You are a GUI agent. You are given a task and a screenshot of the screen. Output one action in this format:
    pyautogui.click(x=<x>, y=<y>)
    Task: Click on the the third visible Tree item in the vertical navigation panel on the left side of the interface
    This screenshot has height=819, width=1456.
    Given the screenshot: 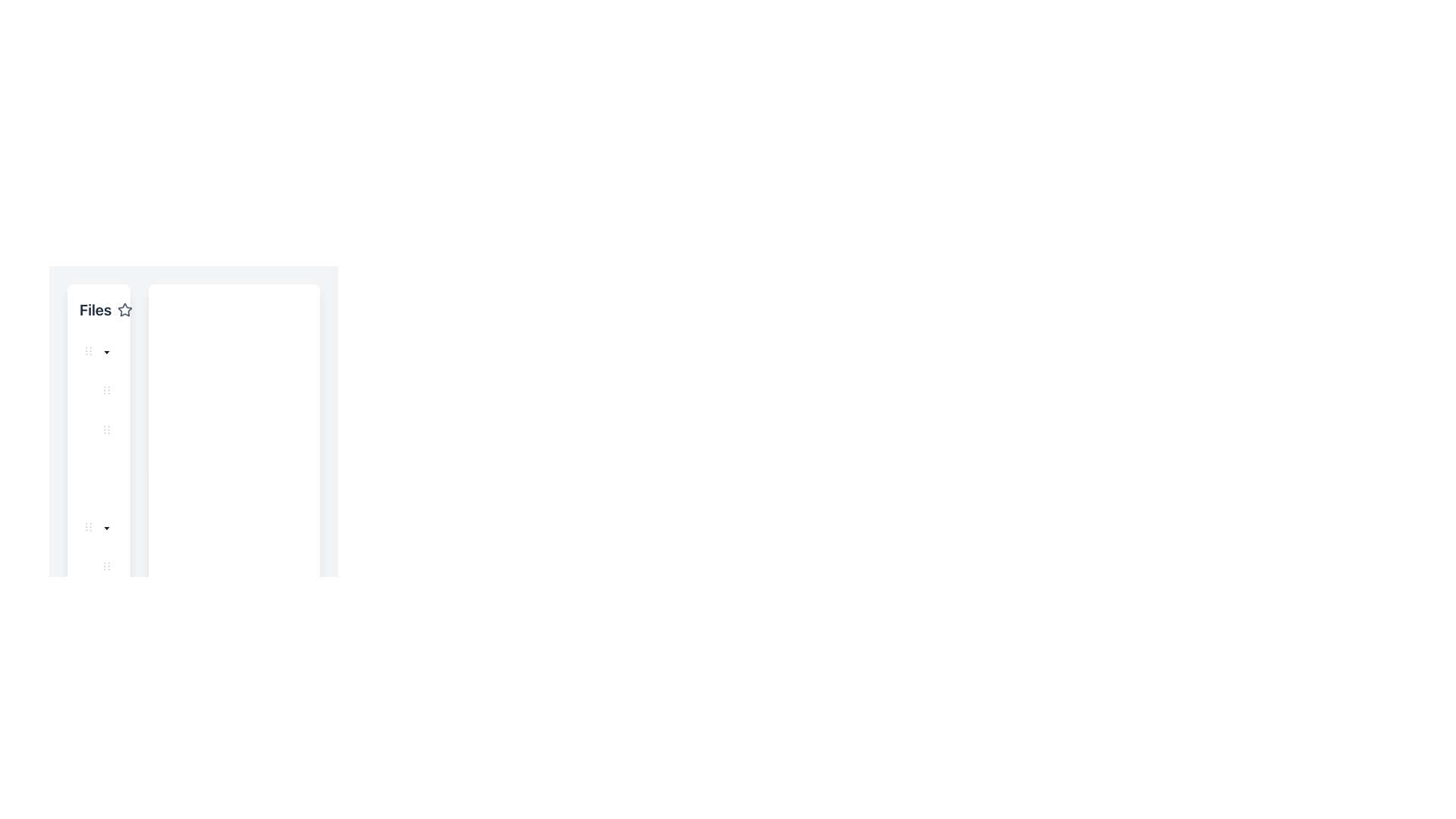 What is the action you would take?
    pyautogui.click(x=163, y=447)
    